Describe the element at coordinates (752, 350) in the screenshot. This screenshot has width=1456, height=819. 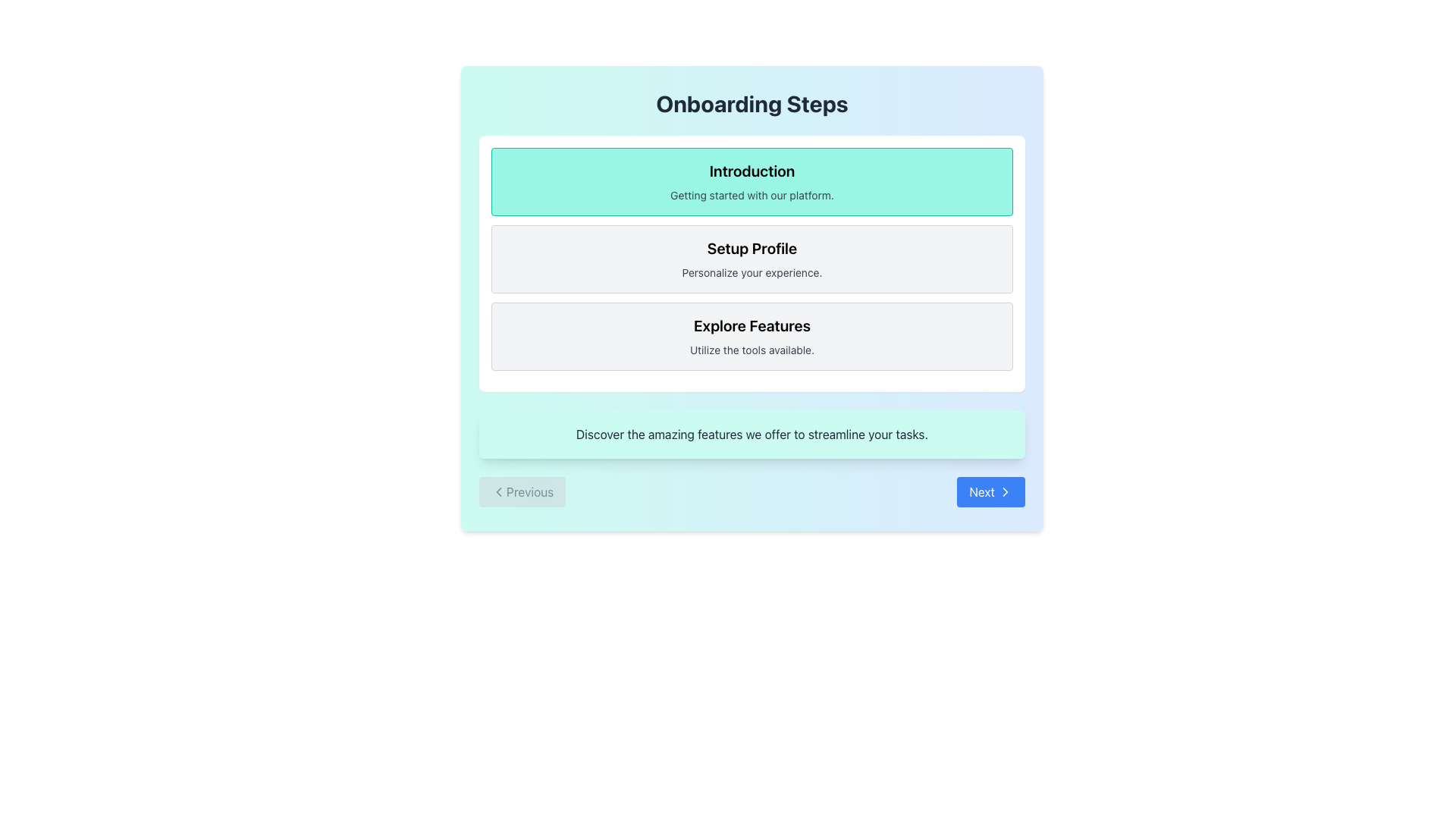
I see `the text label that reads 'Utilize the tools available.' which is styled in a small font size with gray coloring and is located underneath the 'Explore Features' heading` at that location.